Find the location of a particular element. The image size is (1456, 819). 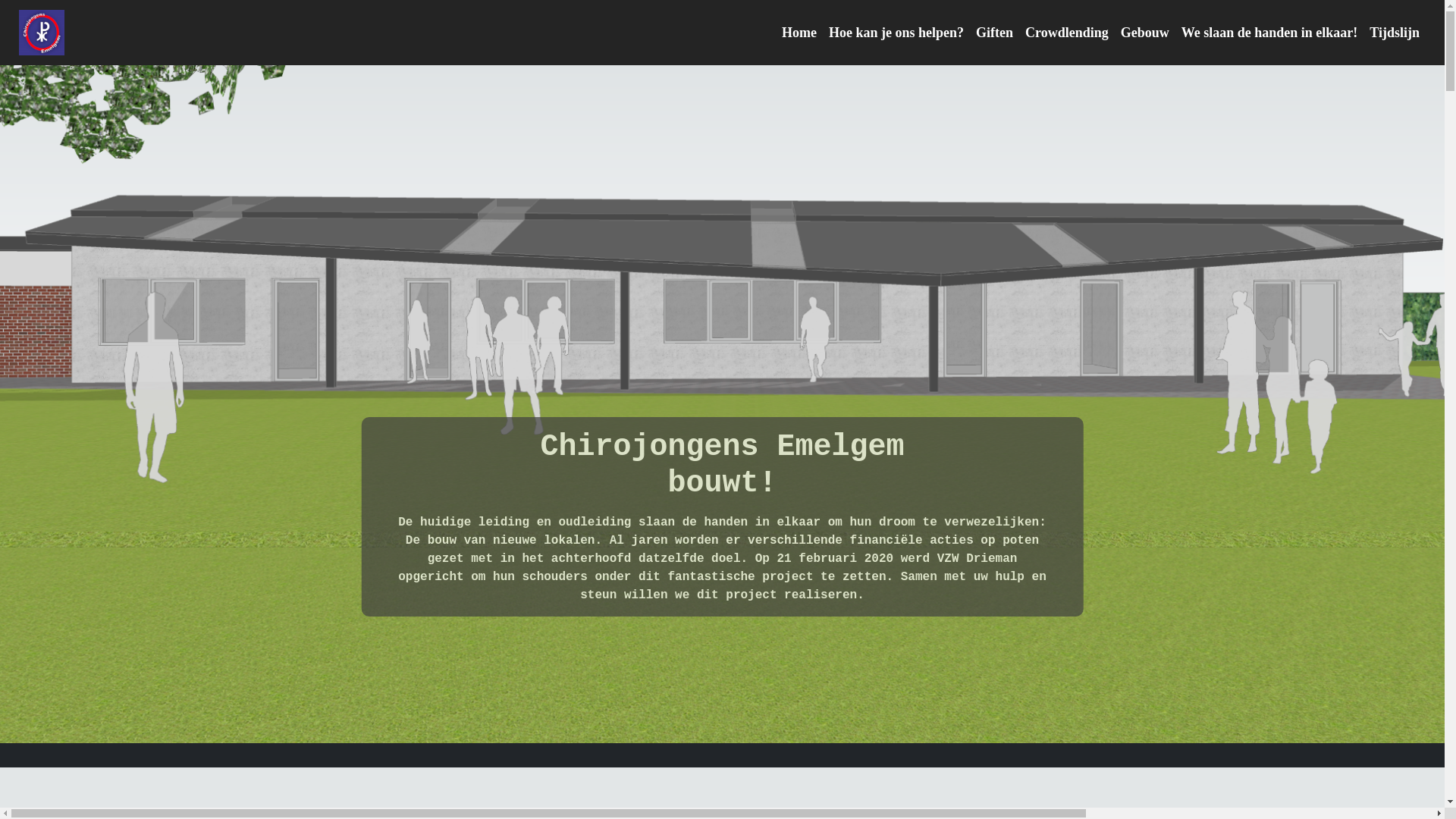

'We slaan de handen in elkaar!' is located at coordinates (1269, 33).